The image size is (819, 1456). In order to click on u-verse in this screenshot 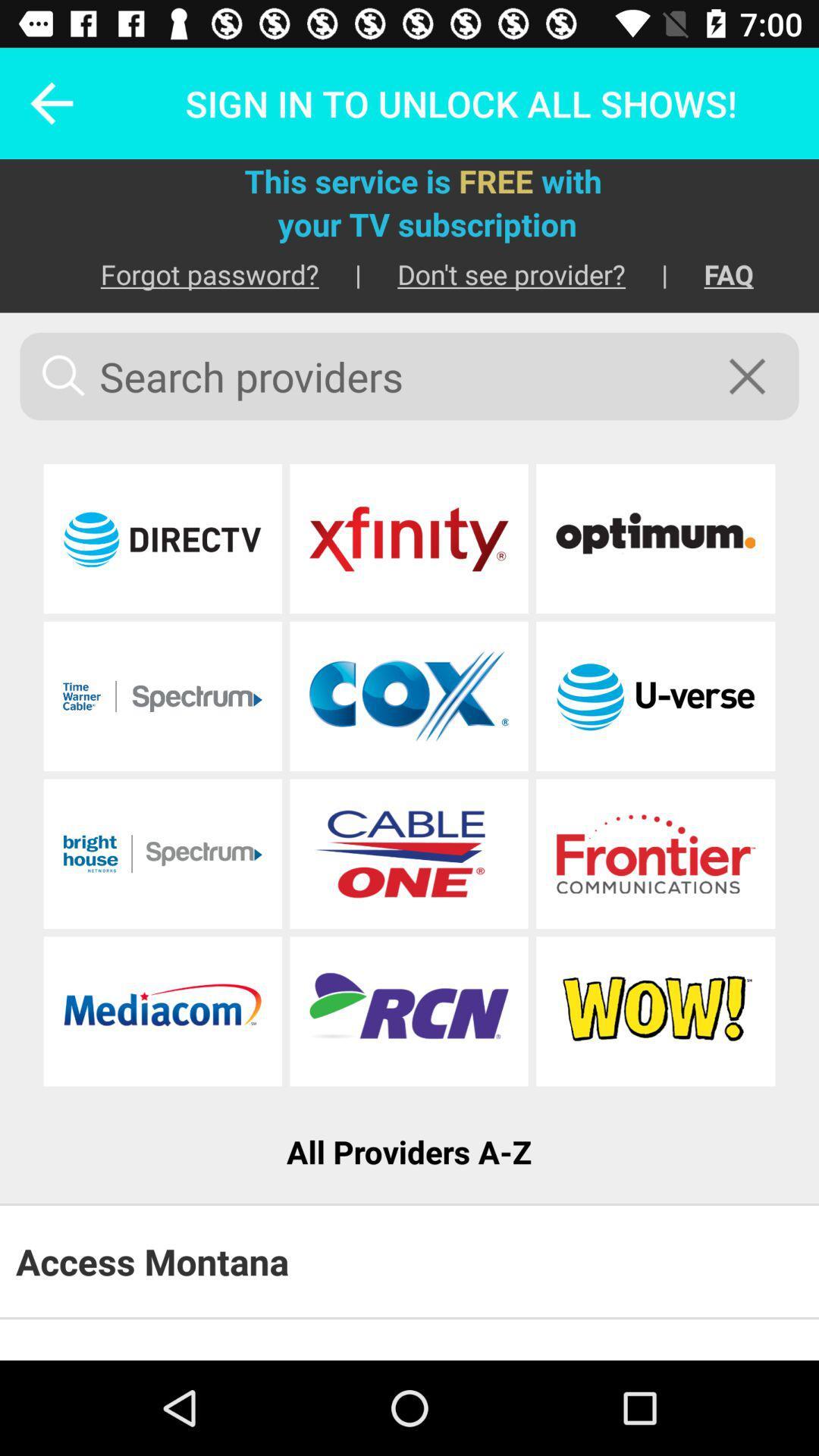, I will do `click(654, 695)`.